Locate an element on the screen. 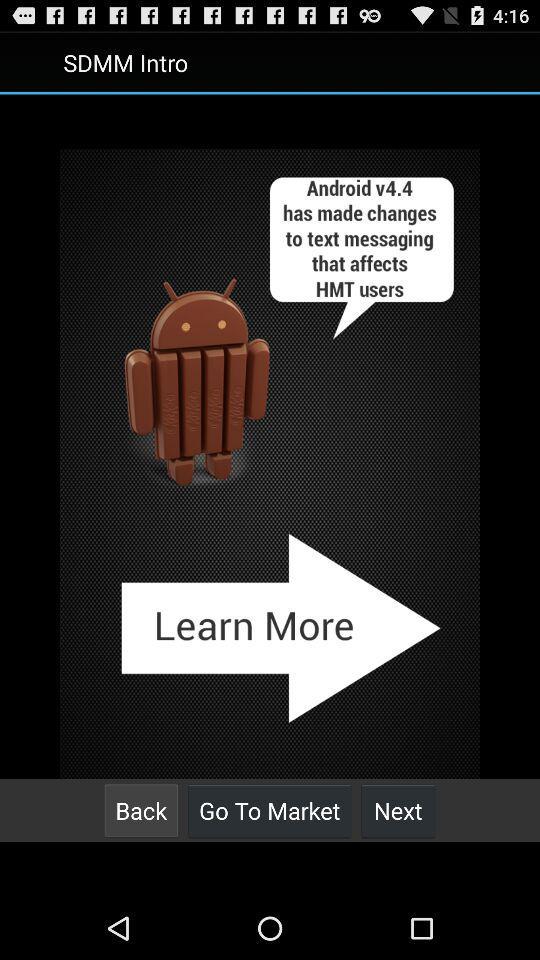 This screenshot has height=960, width=540. button next to go to market icon is located at coordinates (140, 810).